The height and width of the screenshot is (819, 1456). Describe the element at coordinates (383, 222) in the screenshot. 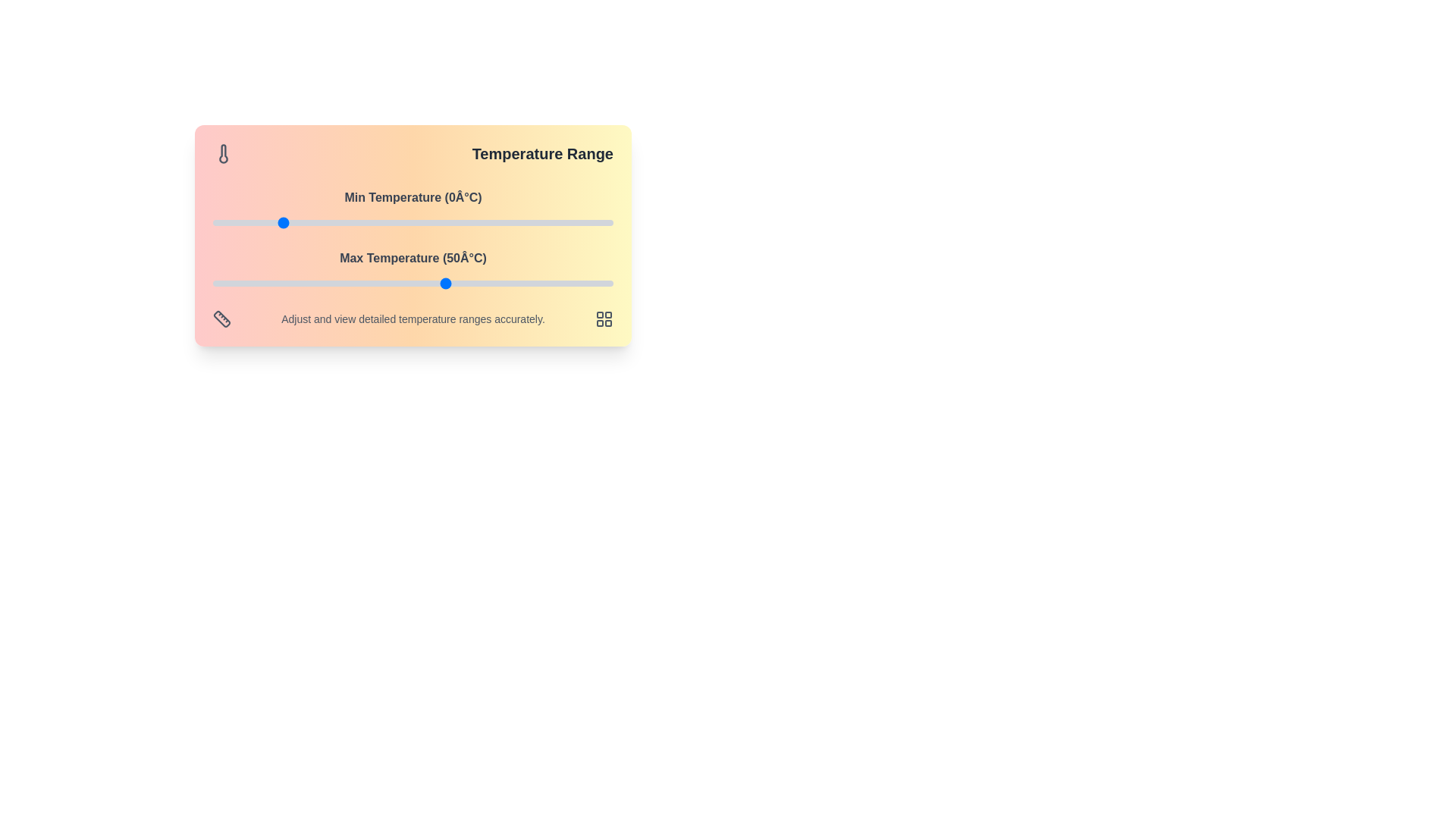

I see `the minimum temperature slider to 31°C` at that location.